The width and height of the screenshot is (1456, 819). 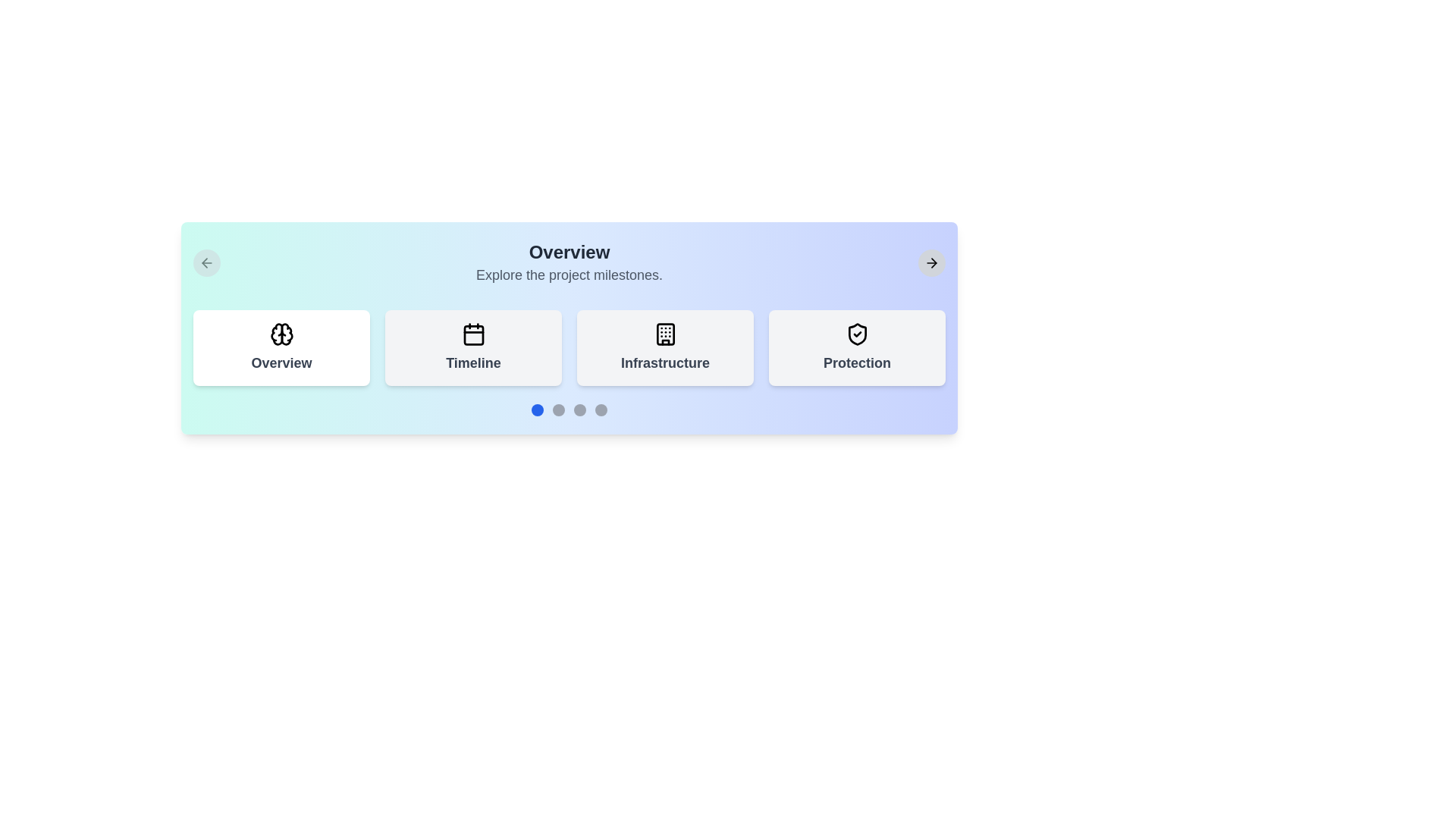 I want to click on the 'Overview' text label, which is a bold gray label centered beneath the brain icon, located at the top-left side of the interface, so click(x=281, y=362).